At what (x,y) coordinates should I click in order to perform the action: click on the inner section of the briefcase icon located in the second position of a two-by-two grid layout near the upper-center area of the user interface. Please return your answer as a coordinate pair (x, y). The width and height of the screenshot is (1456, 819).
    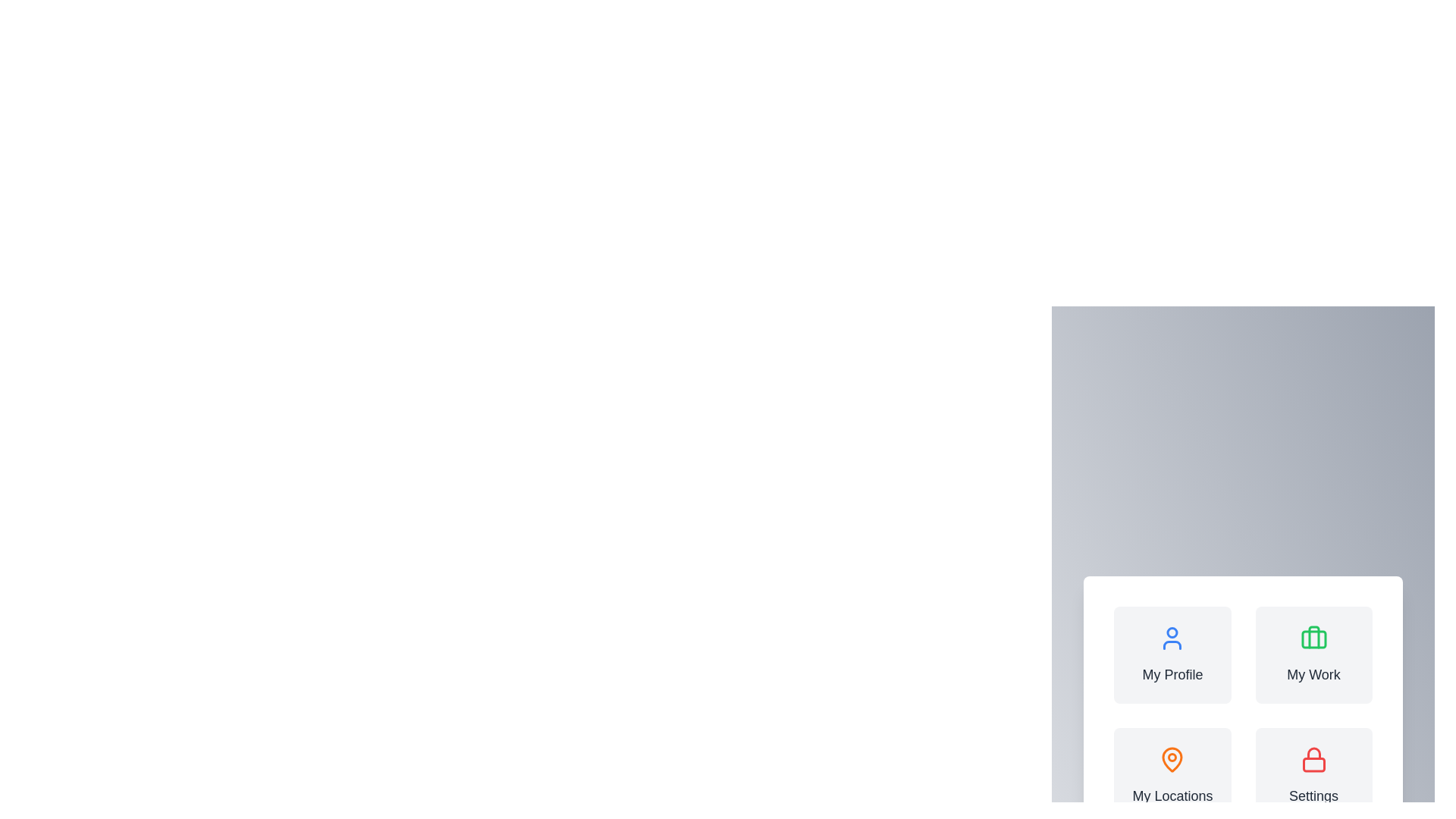
    Looking at the image, I should click on (1313, 639).